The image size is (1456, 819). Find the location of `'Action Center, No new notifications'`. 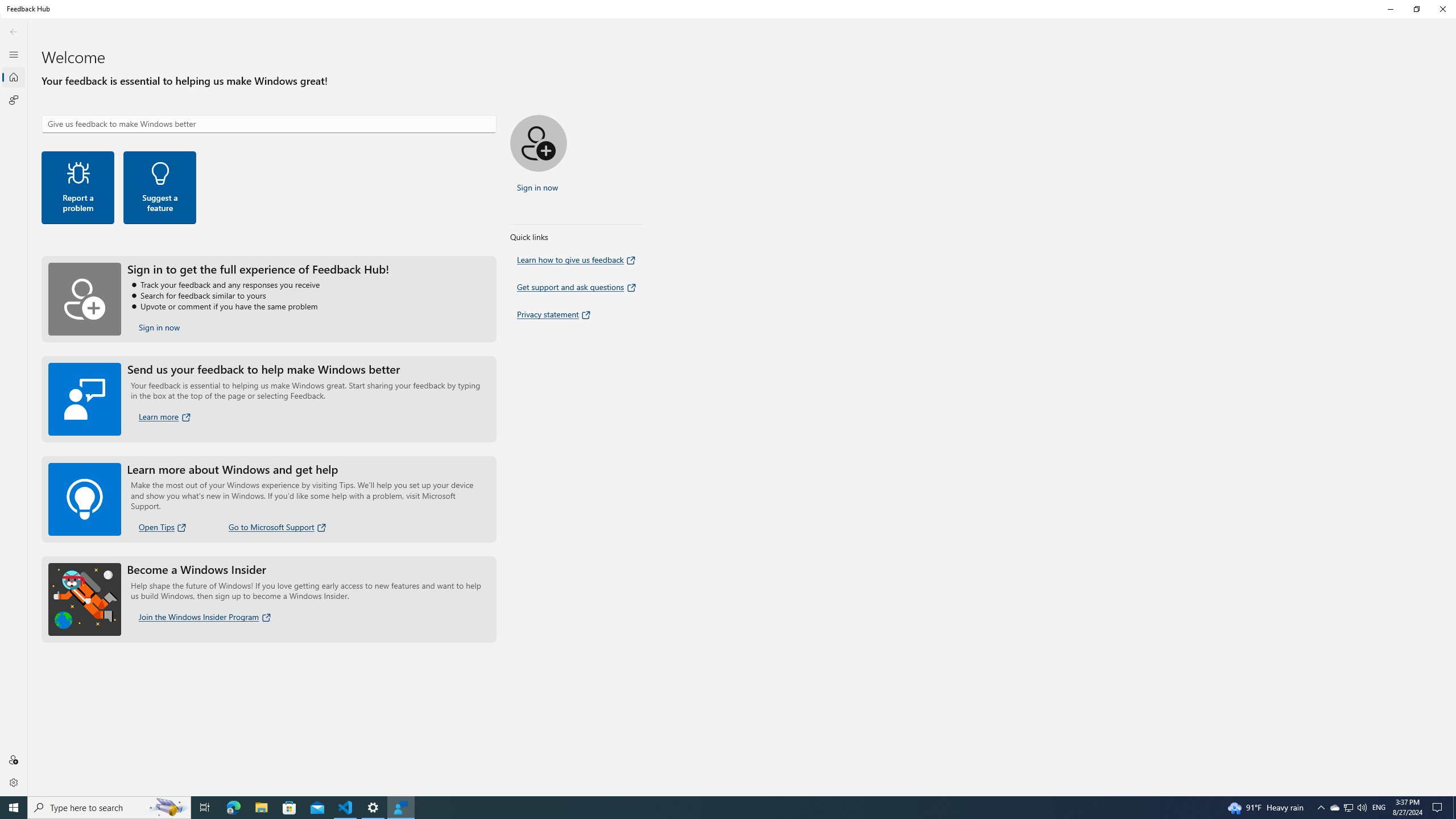

'Action Center, No new notifications' is located at coordinates (1439, 806).